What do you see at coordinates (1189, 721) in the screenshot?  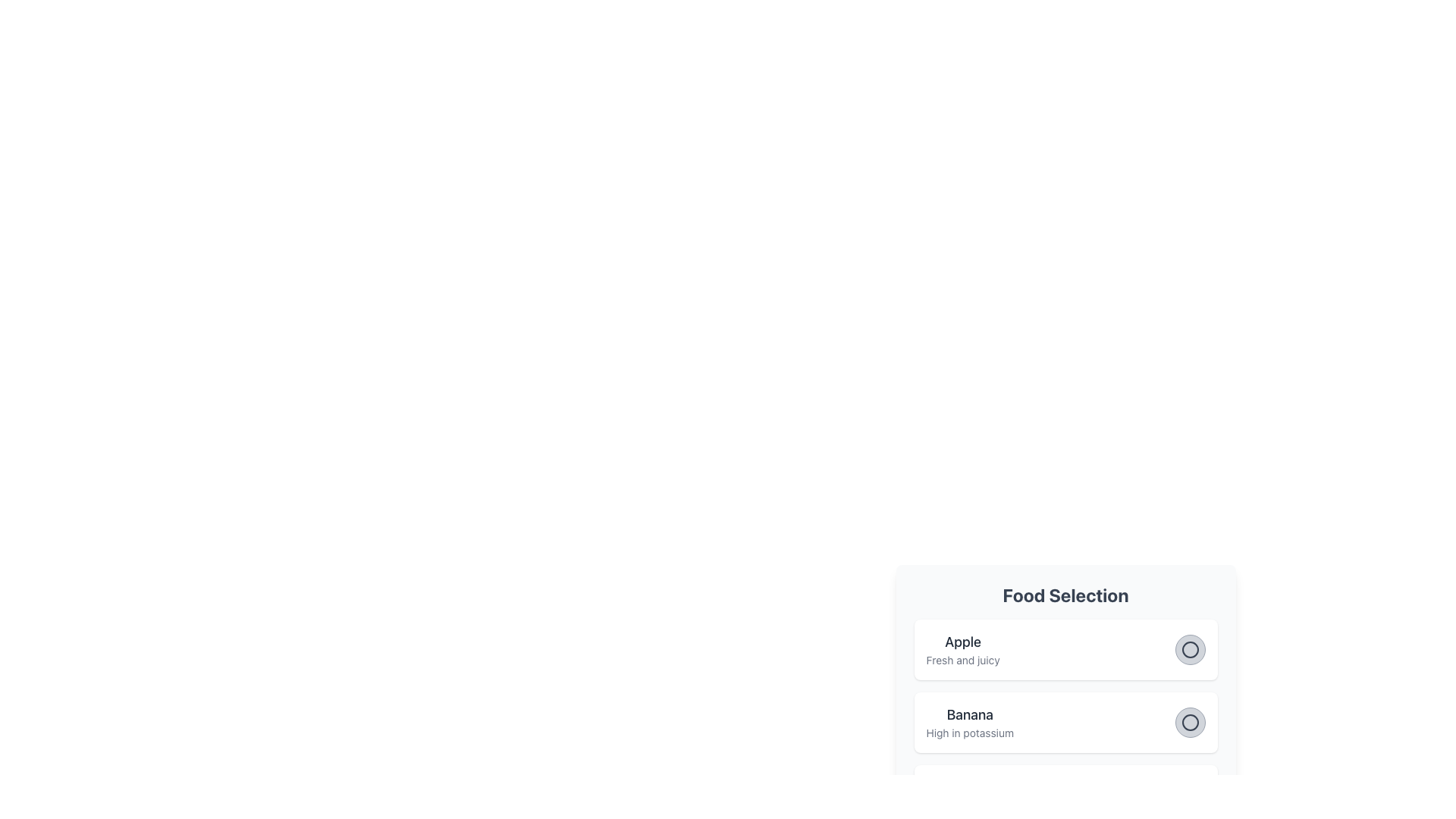 I see `the selectable button styled with a grey background and grey border located in the 'Food Selection' section next to the text 'Banana' for additional visual feedback` at bounding box center [1189, 721].